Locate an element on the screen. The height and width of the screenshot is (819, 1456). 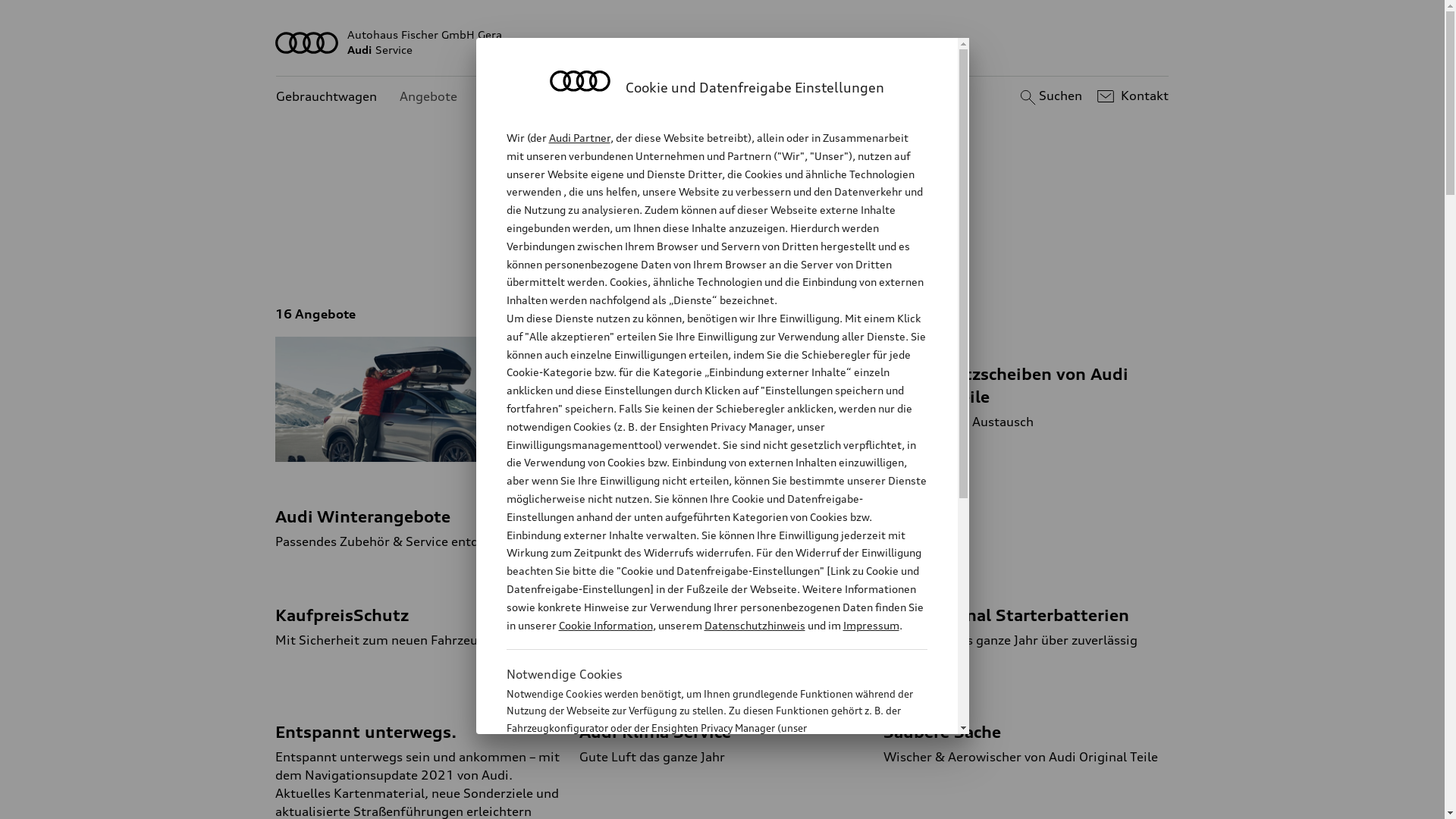
'KaufpreisSchutz is located at coordinates (418, 613).